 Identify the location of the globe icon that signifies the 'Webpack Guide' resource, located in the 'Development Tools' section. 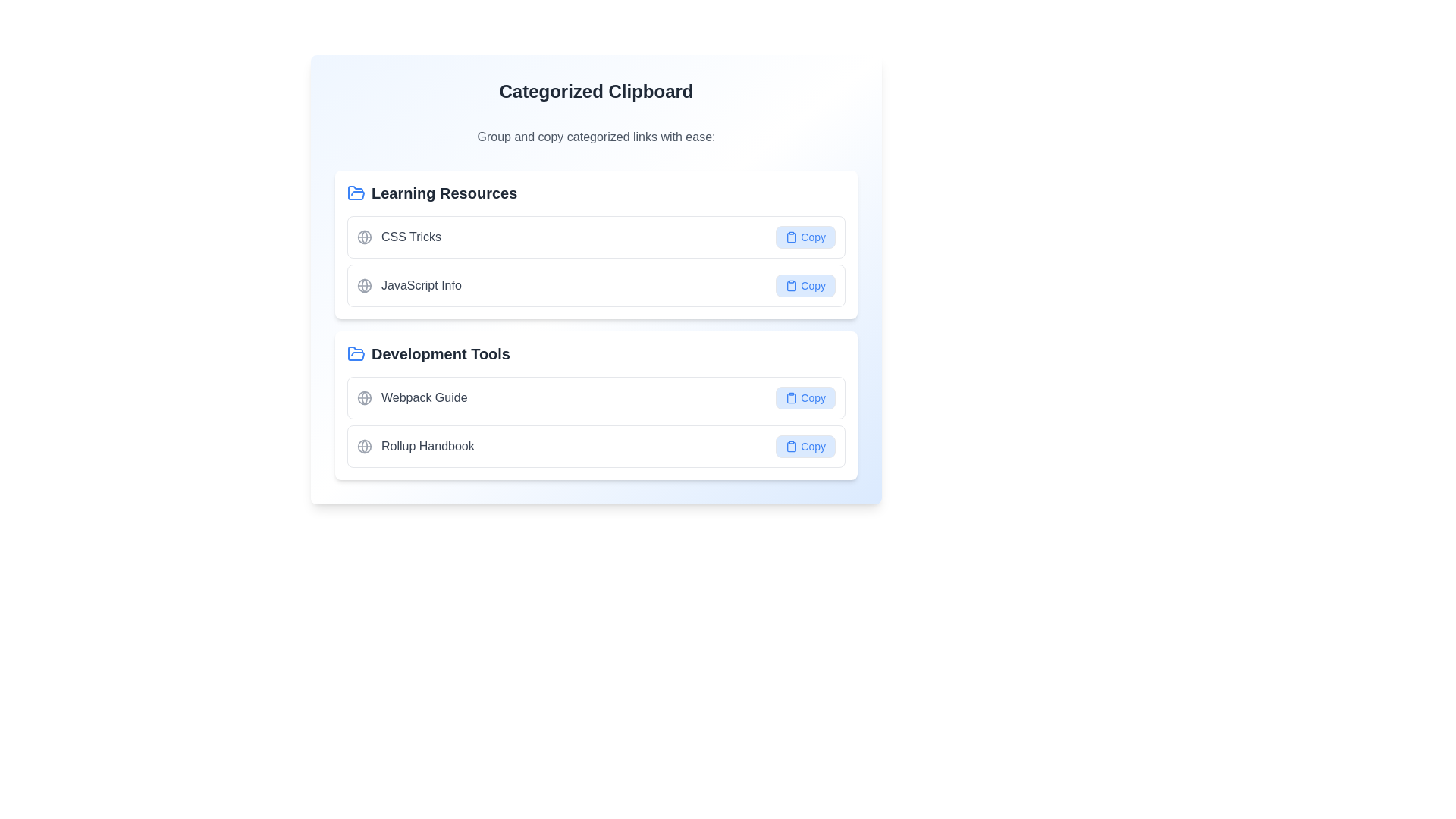
(364, 397).